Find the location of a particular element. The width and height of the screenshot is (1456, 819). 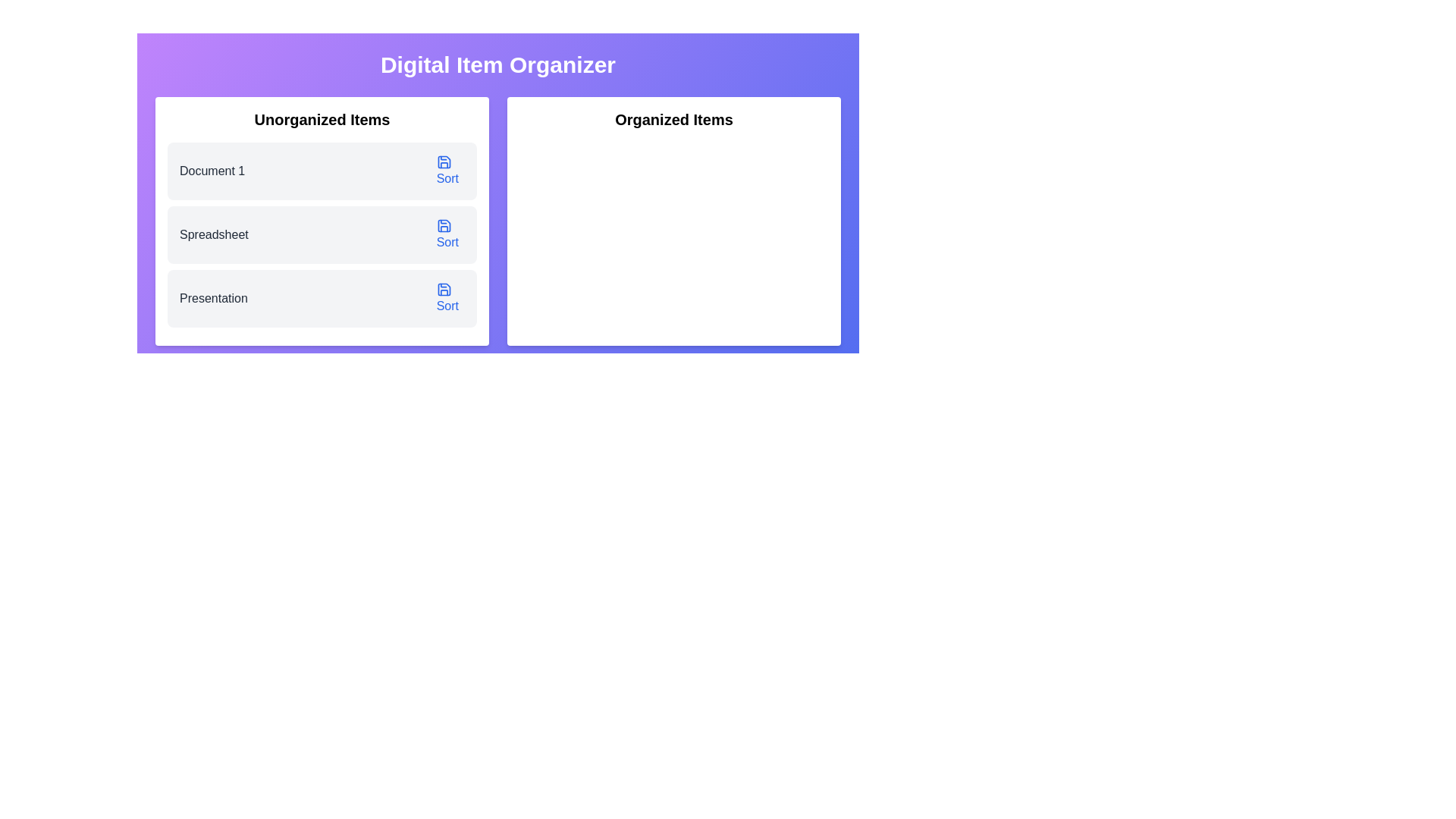

the second 'Sort' button with a blue text label and a save icon located to the right of the 'Spreadsheet' label is located at coordinates (447, 234).